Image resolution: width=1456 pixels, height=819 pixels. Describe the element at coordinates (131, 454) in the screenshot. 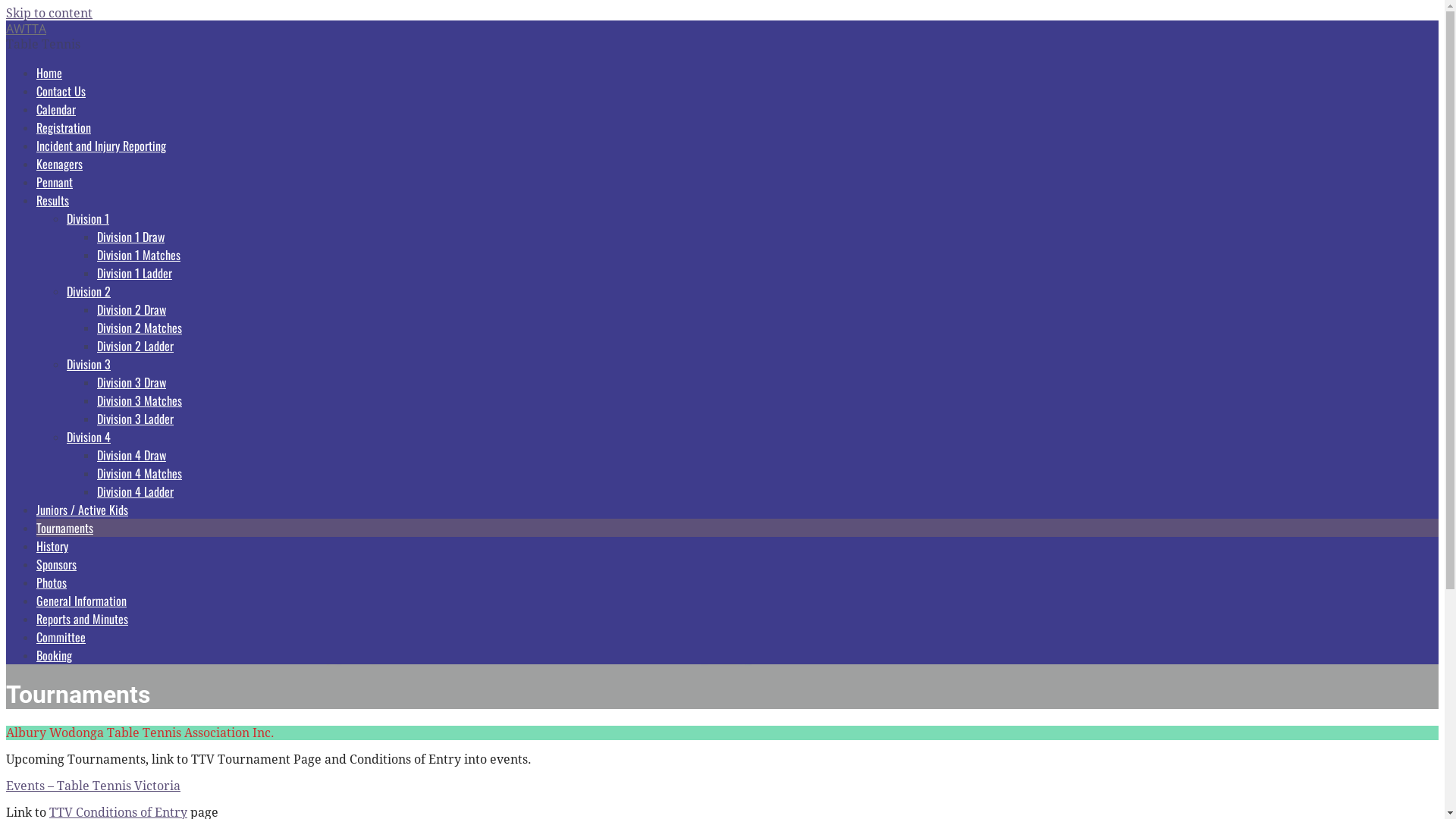

I see `'Division 4 Draw'` at that location.